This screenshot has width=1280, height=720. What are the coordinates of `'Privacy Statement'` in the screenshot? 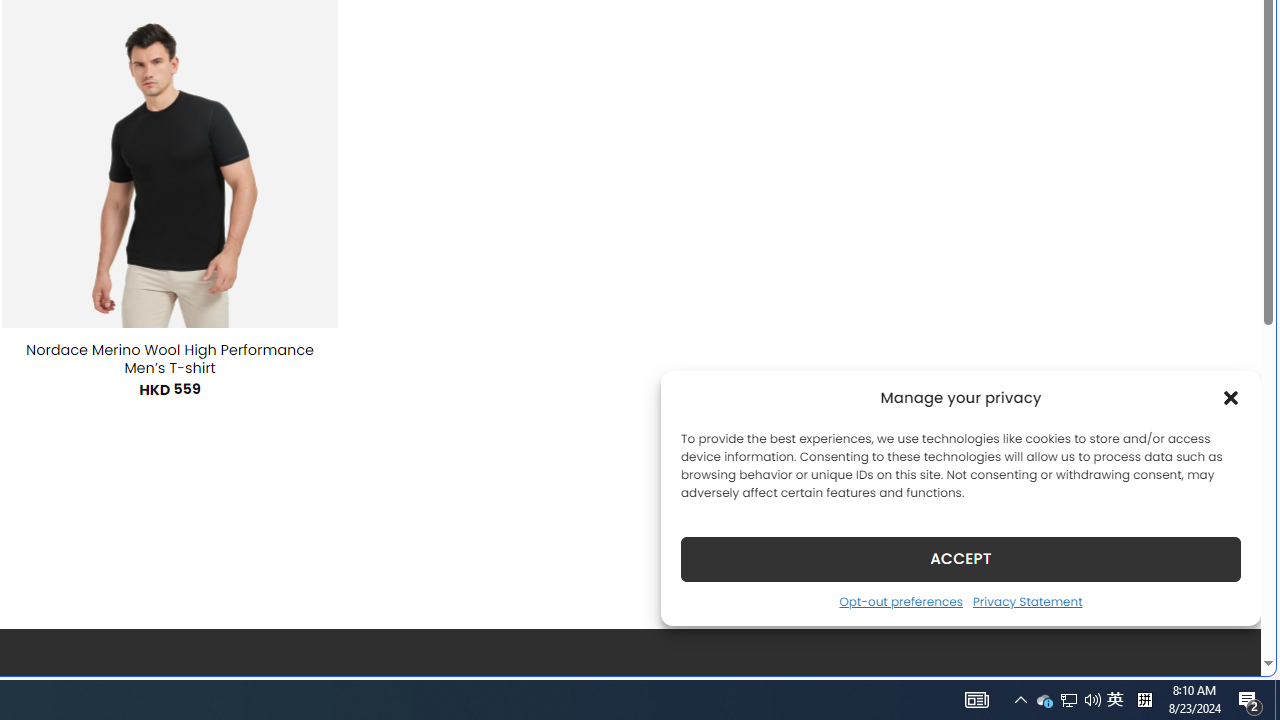 It's located at (1027, 600).